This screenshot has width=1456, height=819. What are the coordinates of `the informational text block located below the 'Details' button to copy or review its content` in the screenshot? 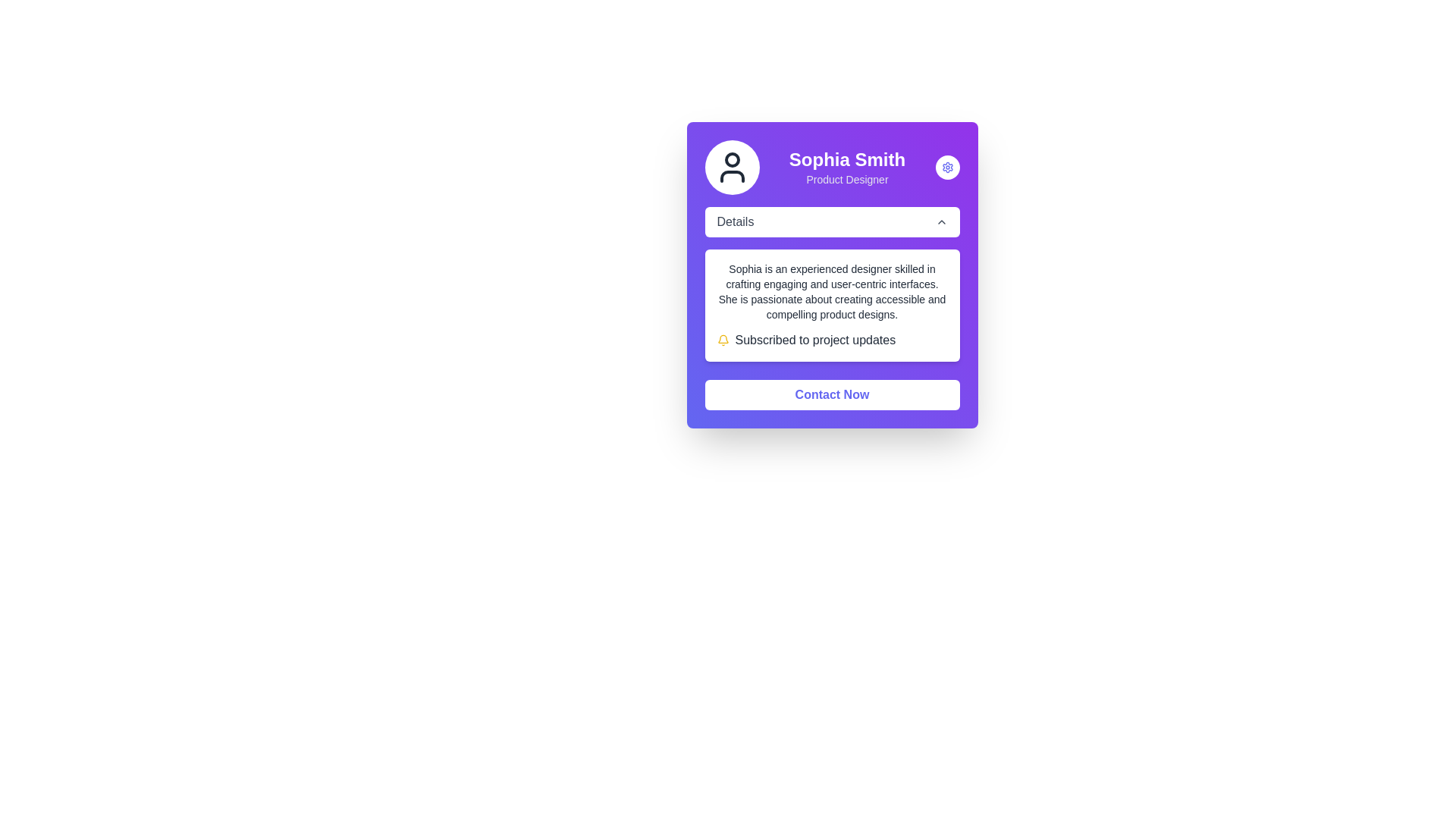 It's located at (831, 284).